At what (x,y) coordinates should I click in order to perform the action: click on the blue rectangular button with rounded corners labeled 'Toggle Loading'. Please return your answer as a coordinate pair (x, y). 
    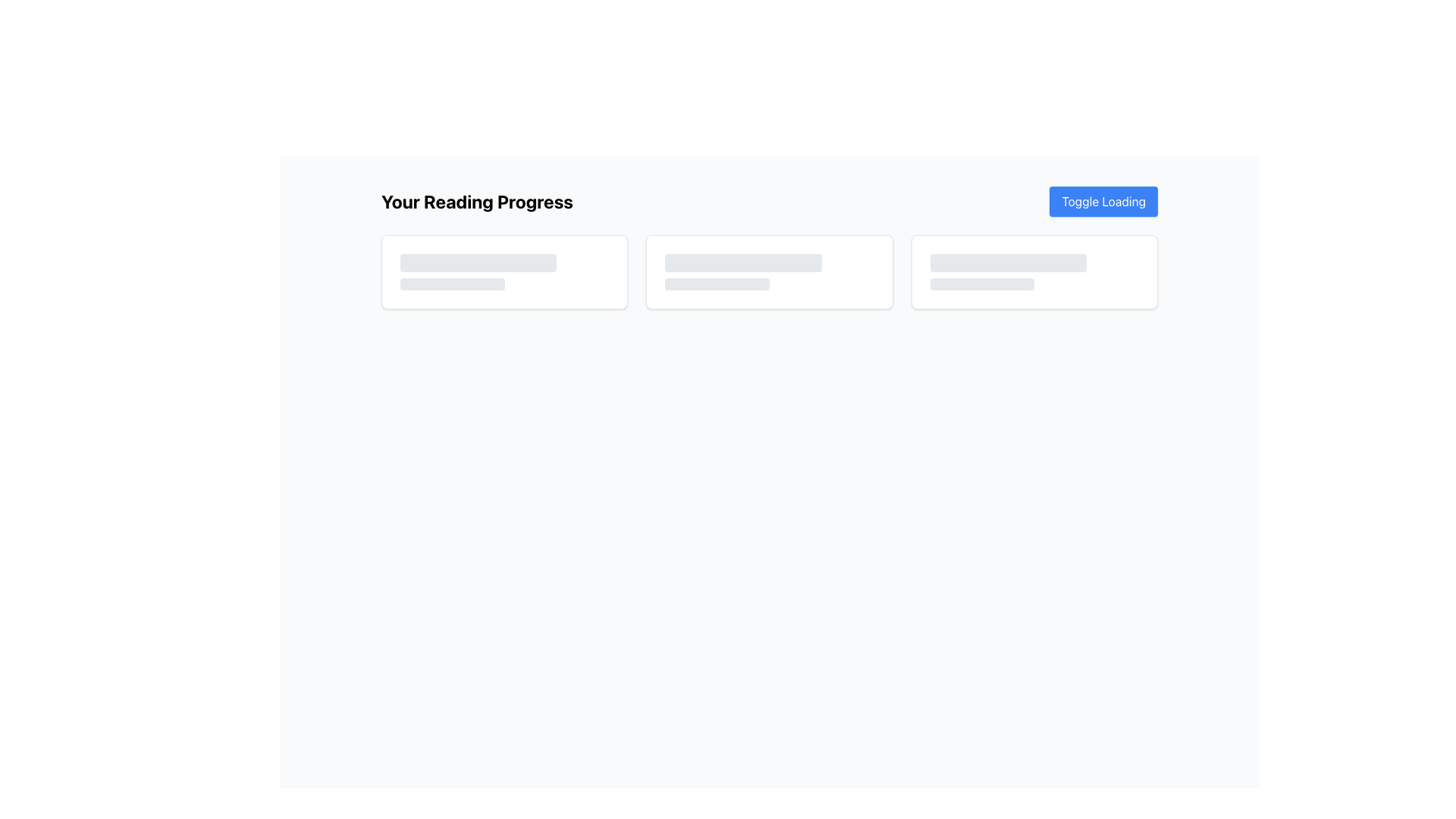
    Looking at the image, I should click on (1103, 201).